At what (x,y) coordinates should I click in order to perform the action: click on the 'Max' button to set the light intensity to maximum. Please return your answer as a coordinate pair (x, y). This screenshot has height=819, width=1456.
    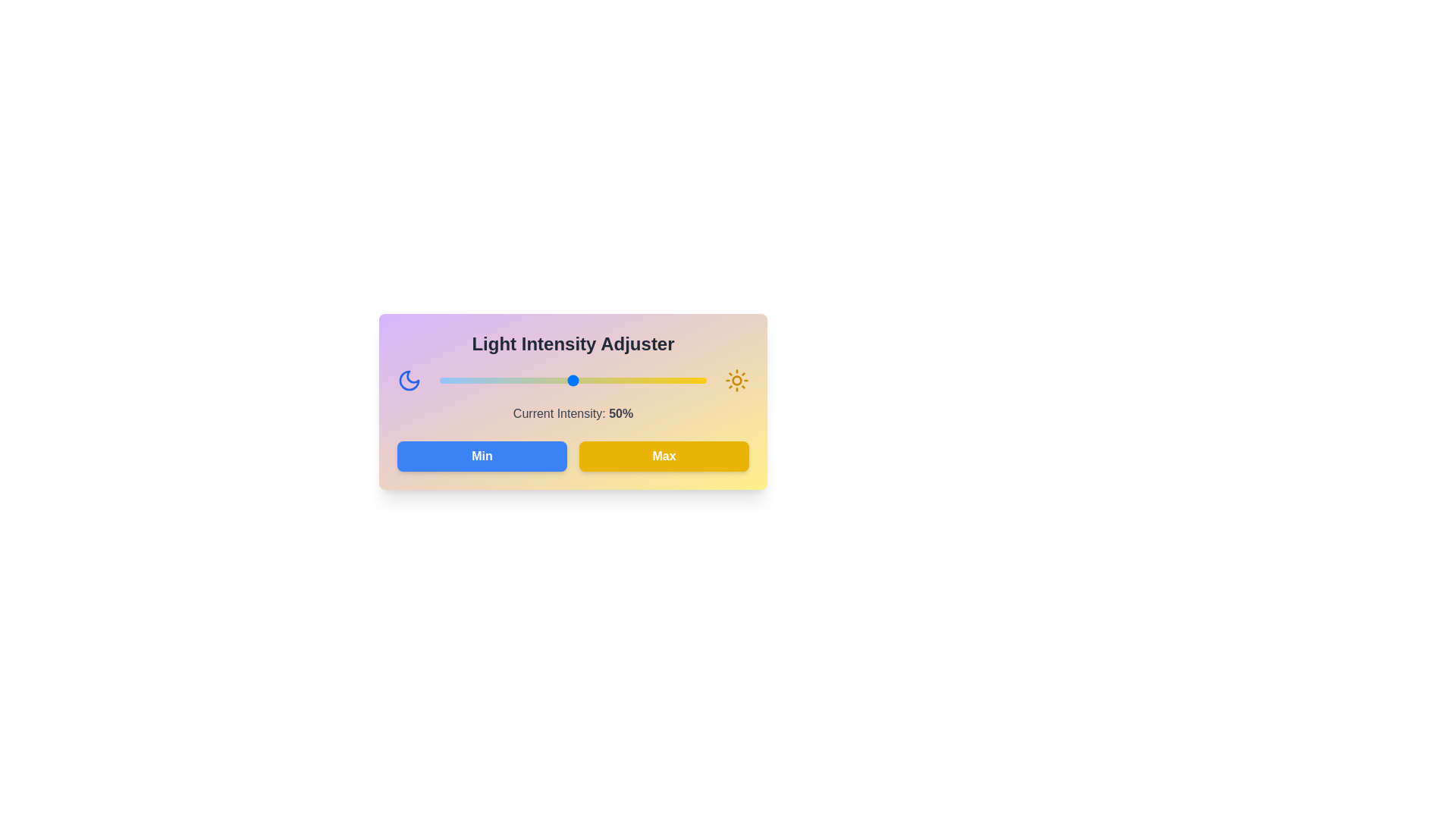
    Looking at the image, I should click on (664, 455).